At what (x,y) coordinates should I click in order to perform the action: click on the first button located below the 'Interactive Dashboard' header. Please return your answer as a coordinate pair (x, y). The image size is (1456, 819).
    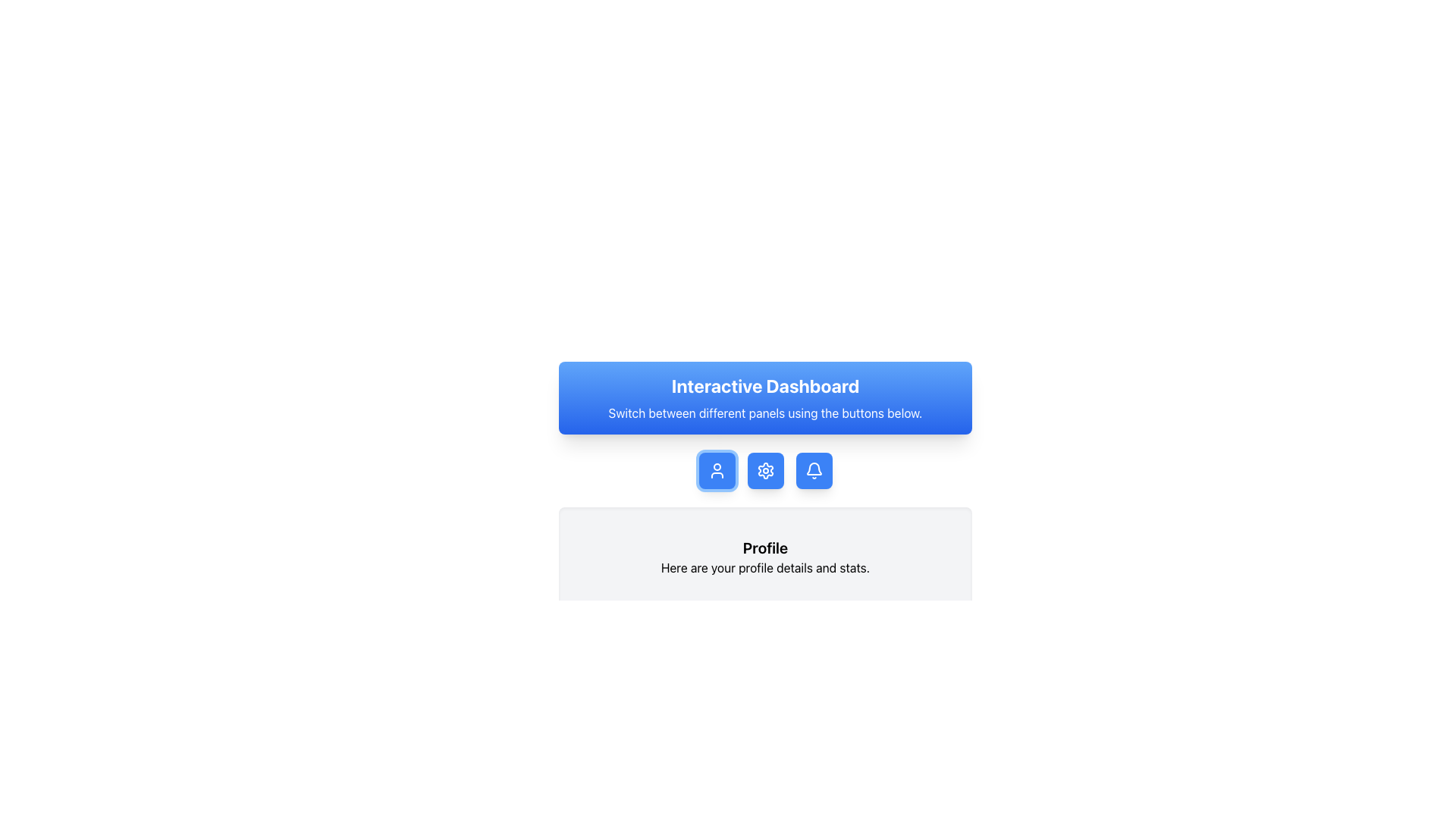
    Looking at the image, I should click on (716, 470).